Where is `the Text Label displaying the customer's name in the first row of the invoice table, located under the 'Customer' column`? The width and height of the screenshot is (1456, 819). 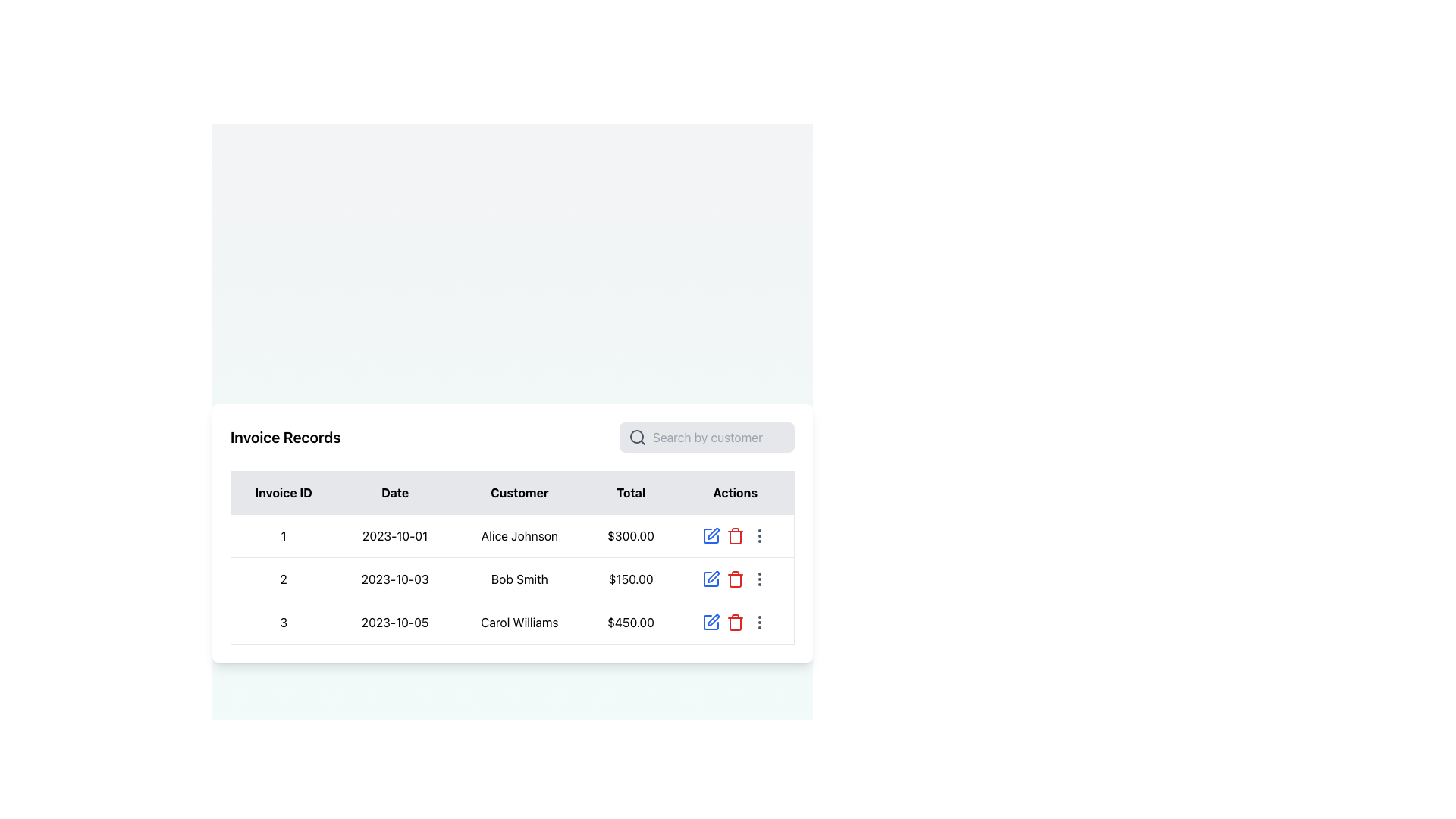
the Text Label displaying the customer's name in the first row of the invoice table, located under the 'Customer' column is located at coordinates (519, 535).